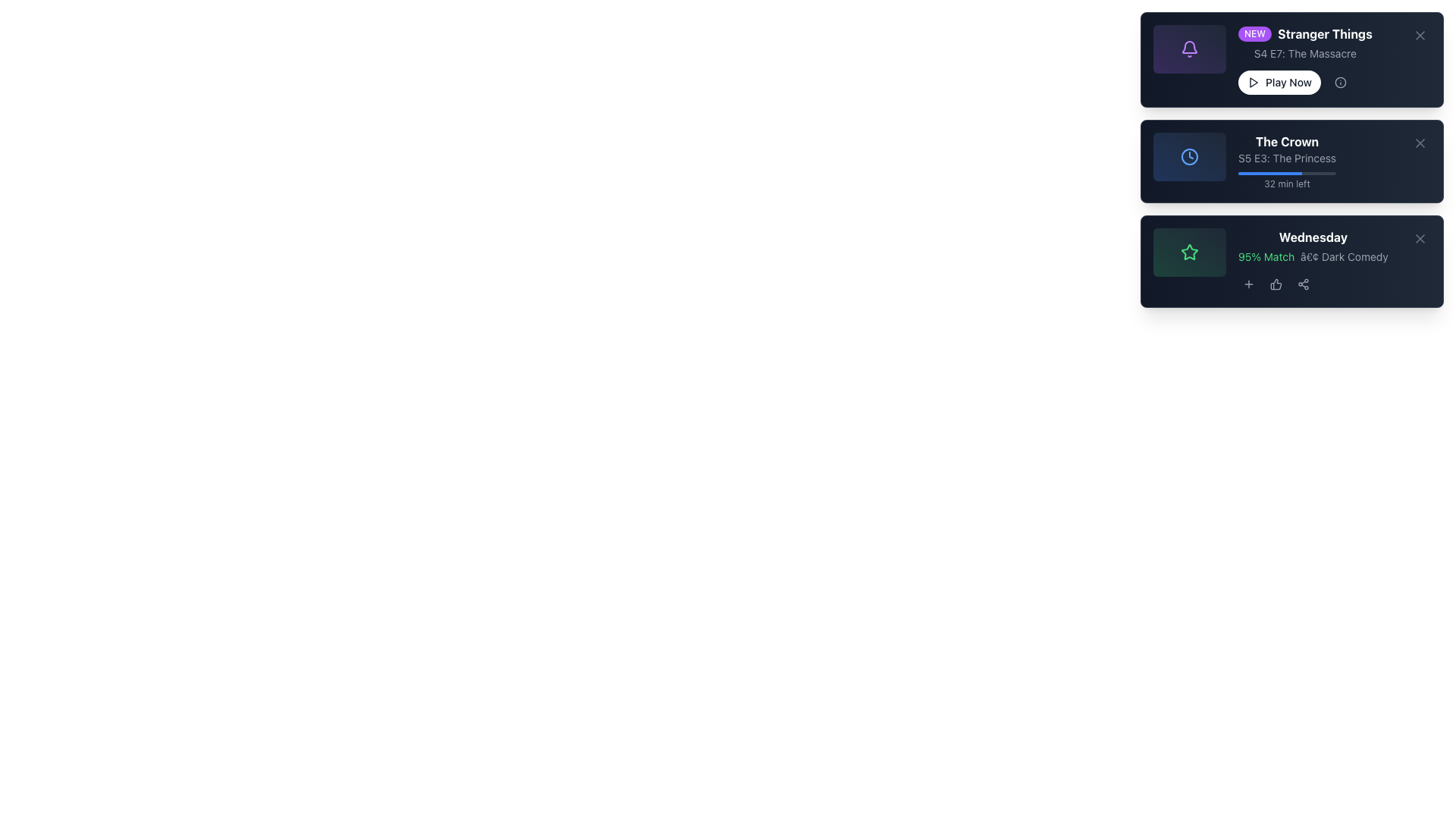 Image resolution: width=1456 pixels, height=819 pixels. I want to click on the small plus sign icon button located in the bottom row of the vertical list, adjacent to the 'Wednesday' label, so click(1248, 284).